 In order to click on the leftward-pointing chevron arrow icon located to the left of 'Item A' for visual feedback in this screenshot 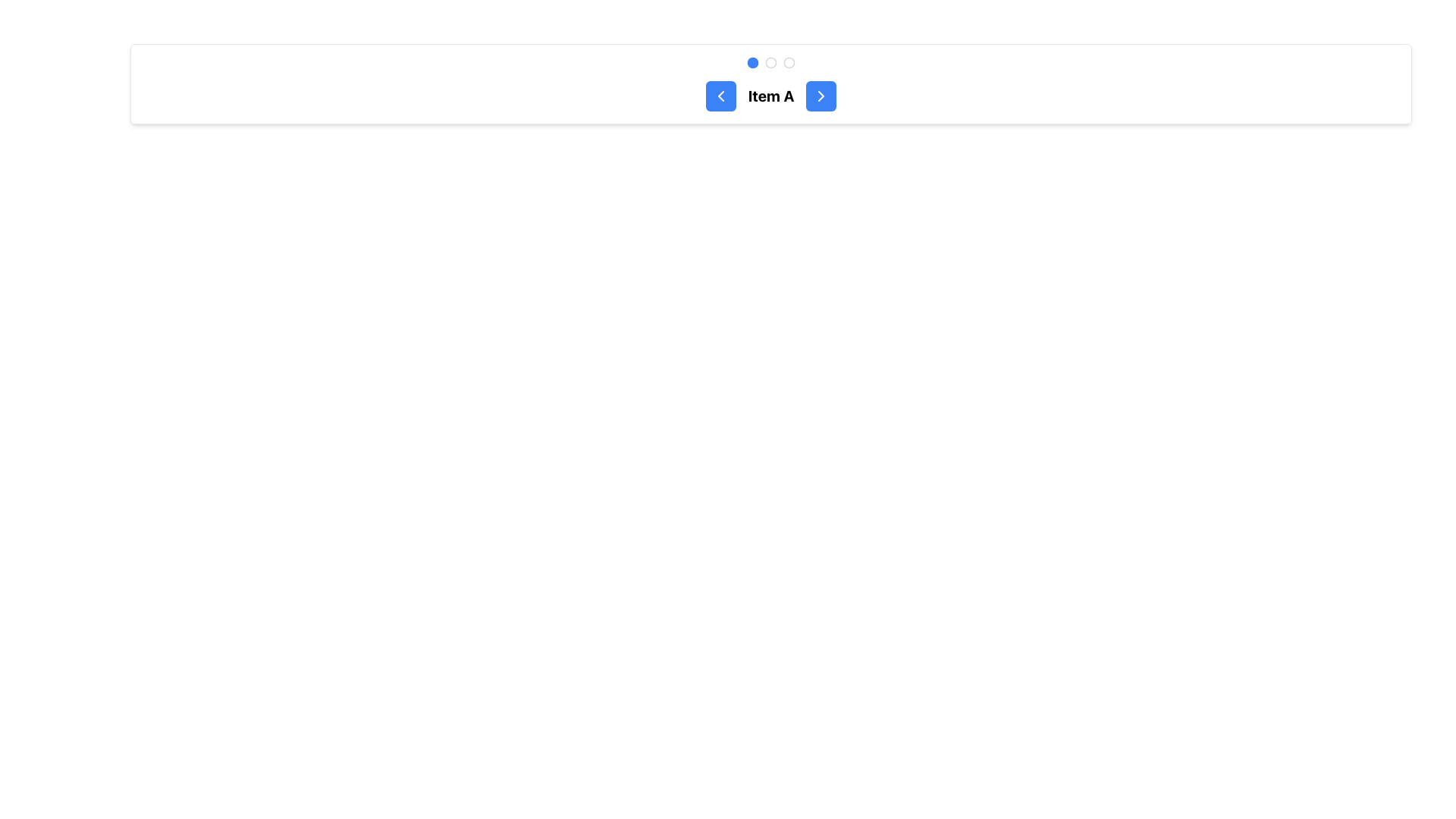, I will do `click(720, 96)`.